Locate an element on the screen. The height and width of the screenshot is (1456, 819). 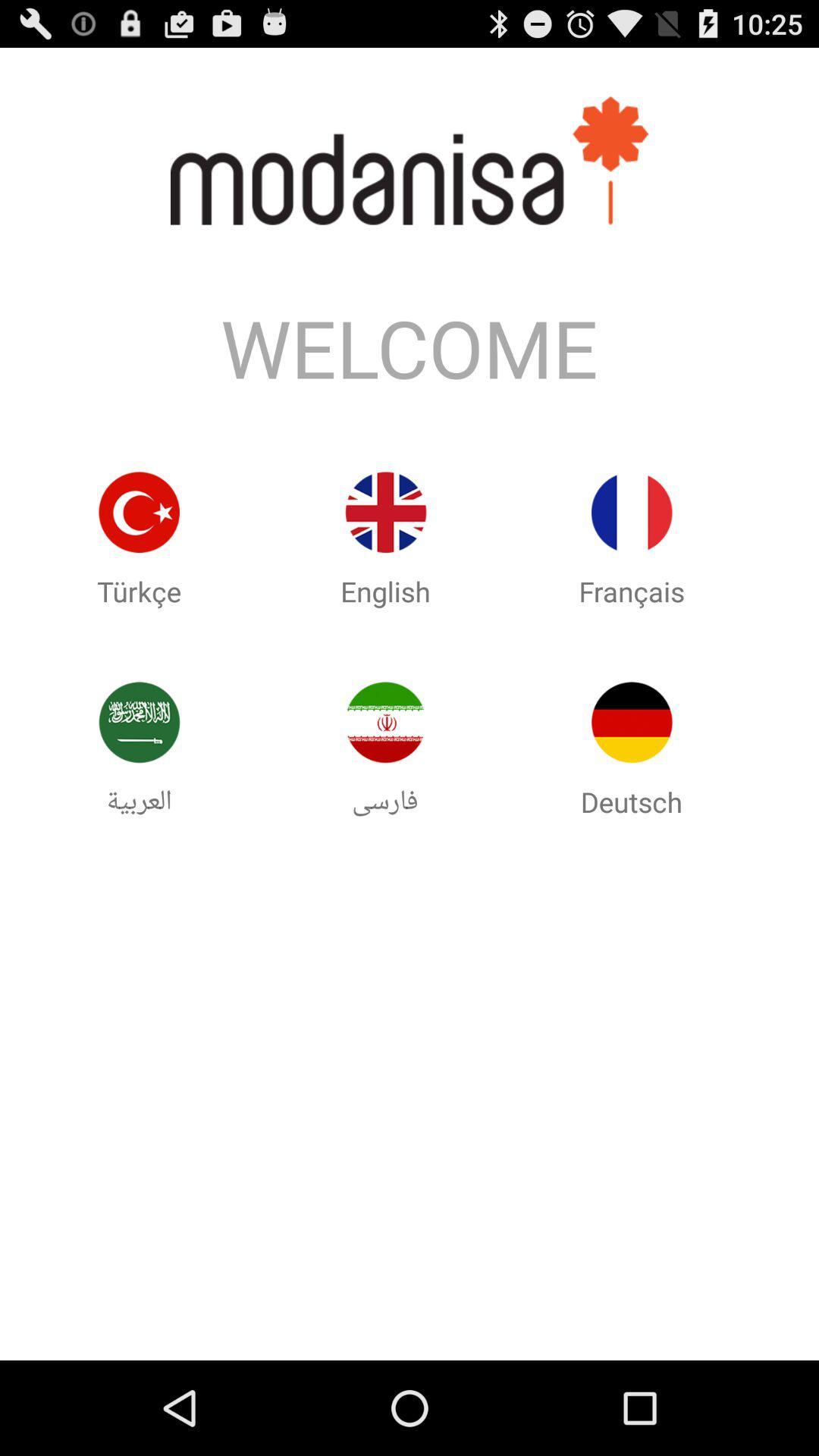
the second logo which is below the welcome is located at coordinates (384, 541).